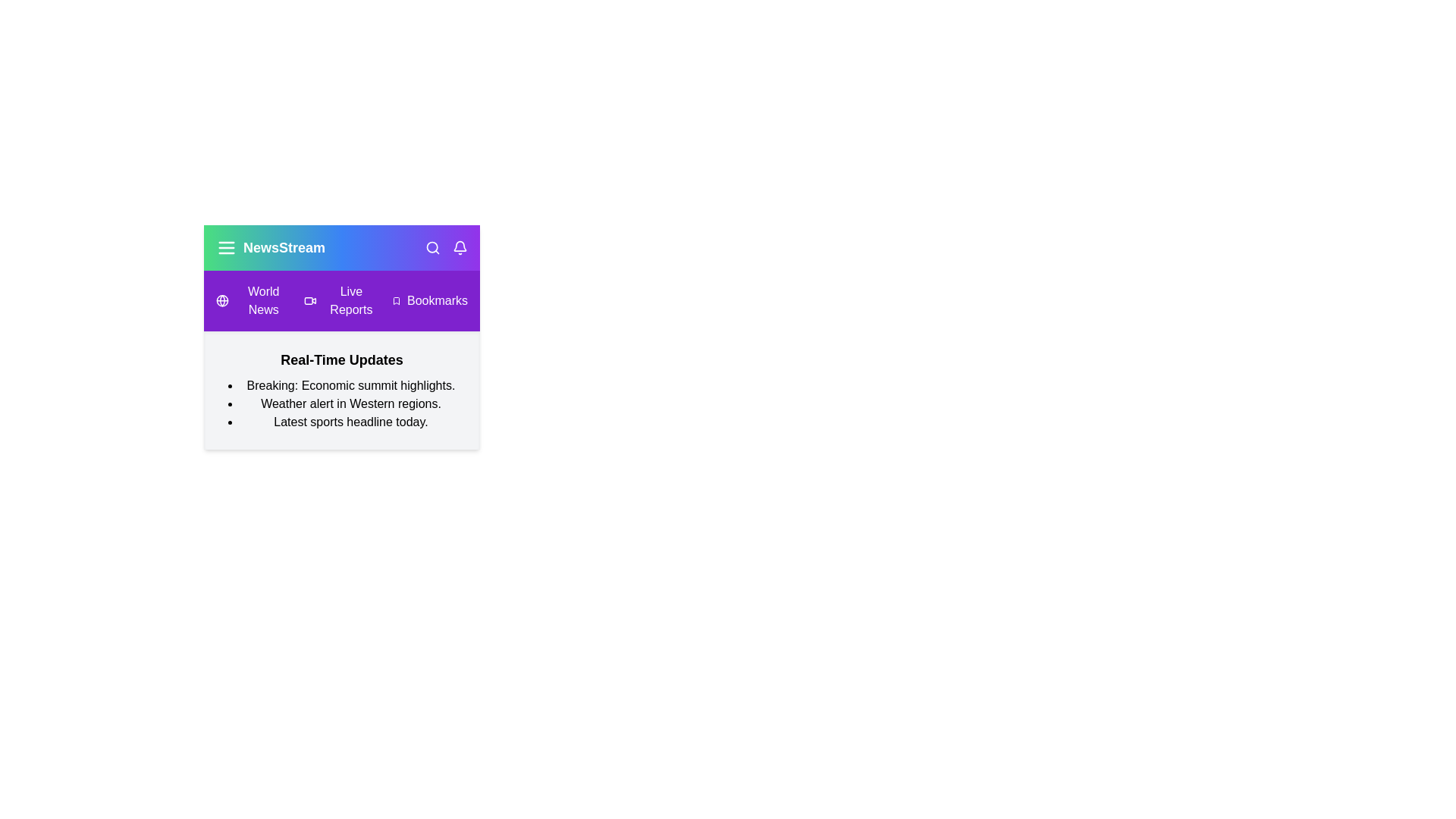  What do you see at coordinates (341, 301) in the screenshot?
I see `the navigation option Live Reports to navigate to the respective section` at bounding box center [341, 301].